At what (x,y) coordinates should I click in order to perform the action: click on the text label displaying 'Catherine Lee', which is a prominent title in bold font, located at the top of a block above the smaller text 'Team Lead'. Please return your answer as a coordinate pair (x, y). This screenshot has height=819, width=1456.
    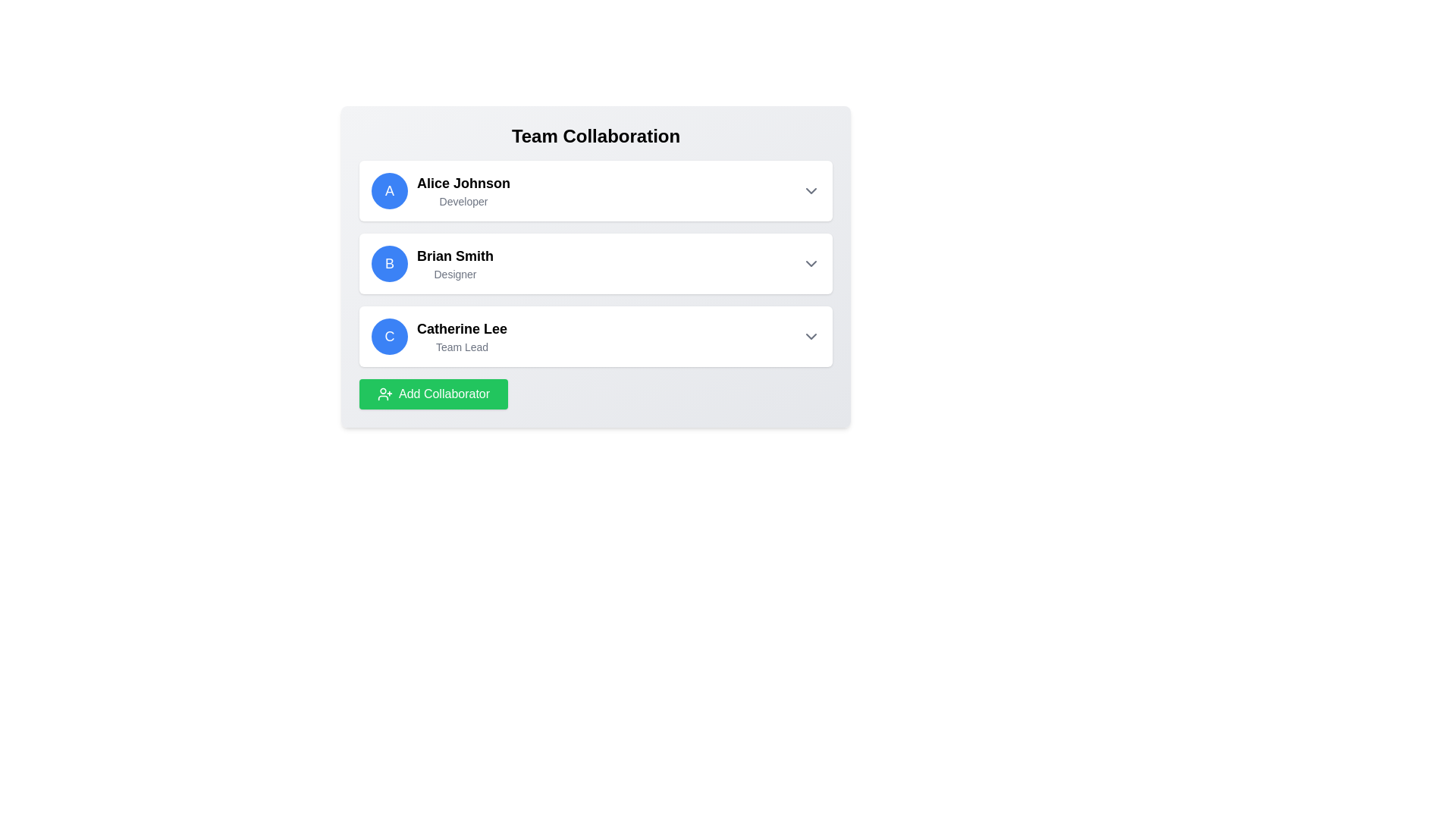
    Looking at the image, I should click on (461, 328).